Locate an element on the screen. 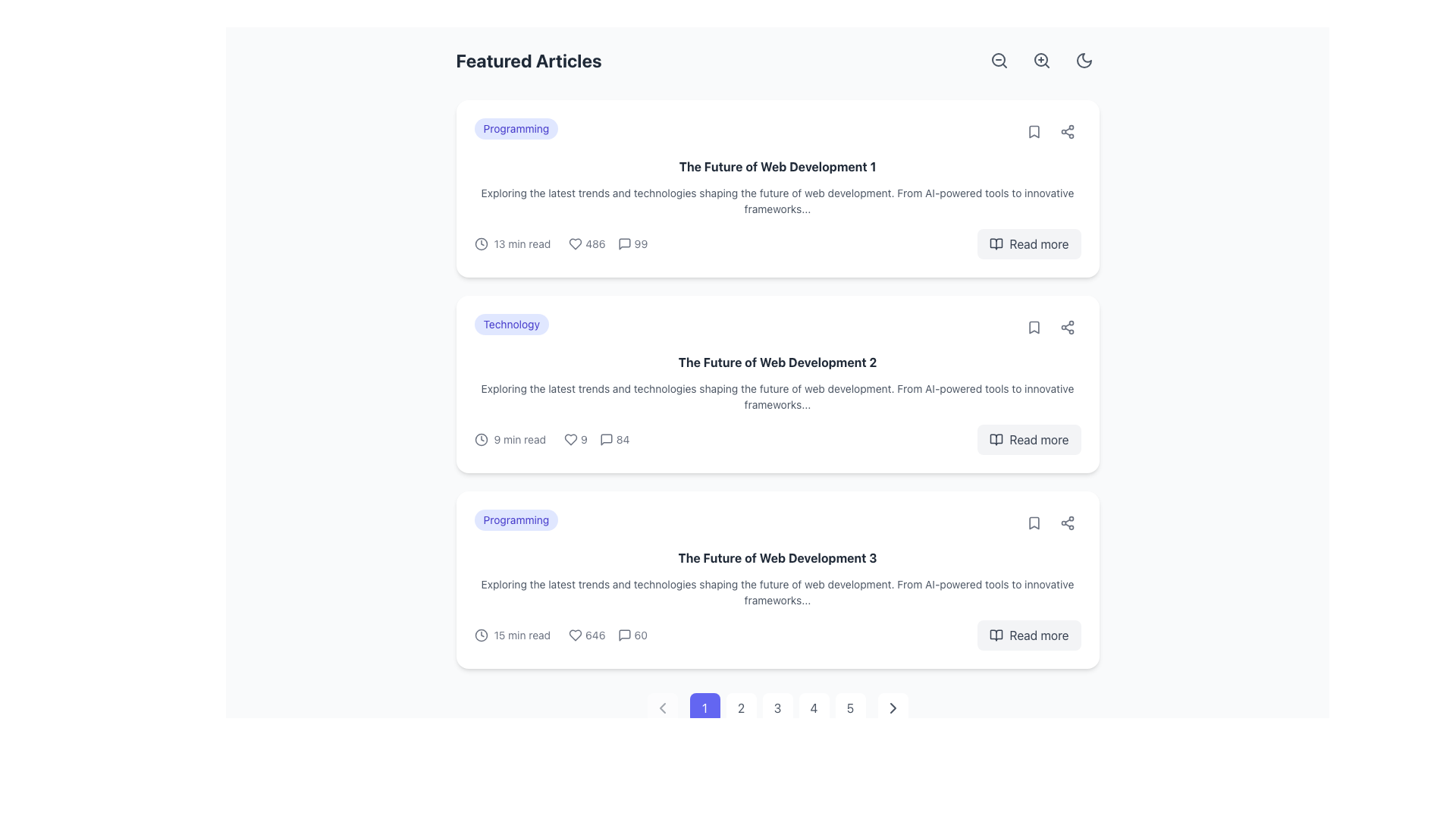 The width and height of the screenshot is (1456, 819). displayed text from the label showing the estimated reading time for the article, located in the uppermost card of the article list, just to the left of the numerical statistic area is located at coordinates (512, 243).